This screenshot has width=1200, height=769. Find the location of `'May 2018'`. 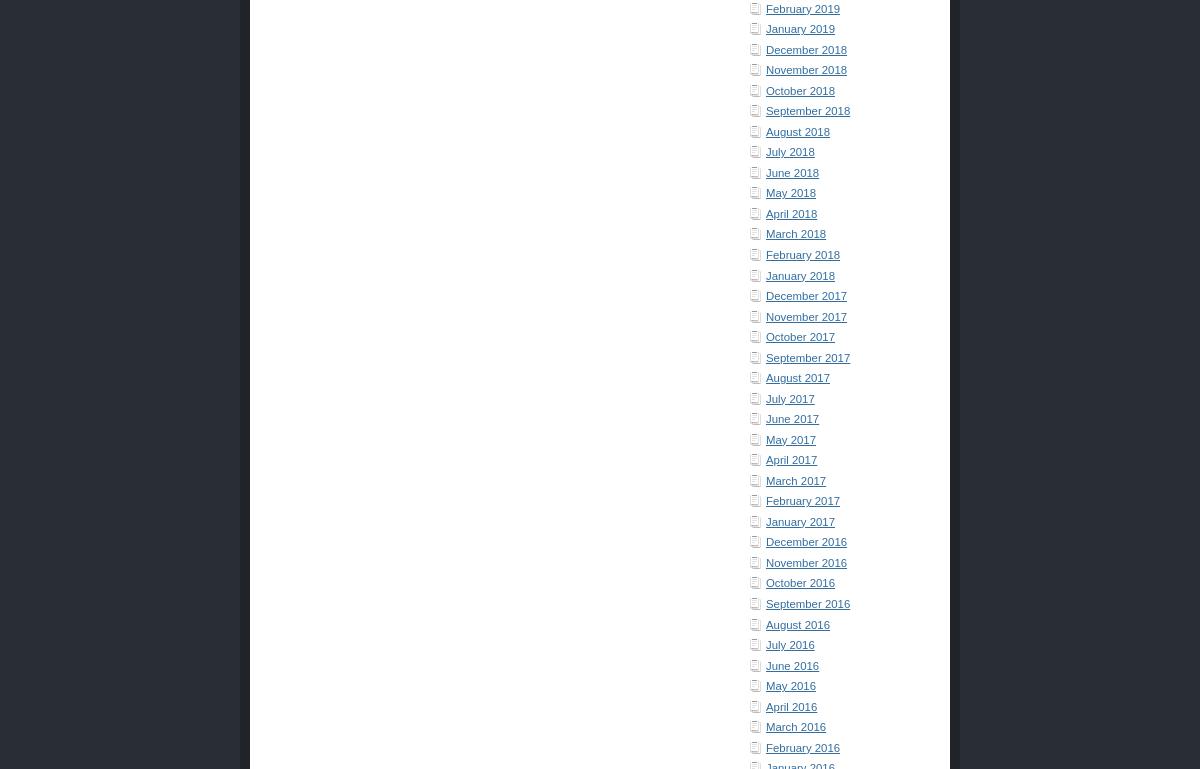

'May 2018' is located at coordinates (790, 192).